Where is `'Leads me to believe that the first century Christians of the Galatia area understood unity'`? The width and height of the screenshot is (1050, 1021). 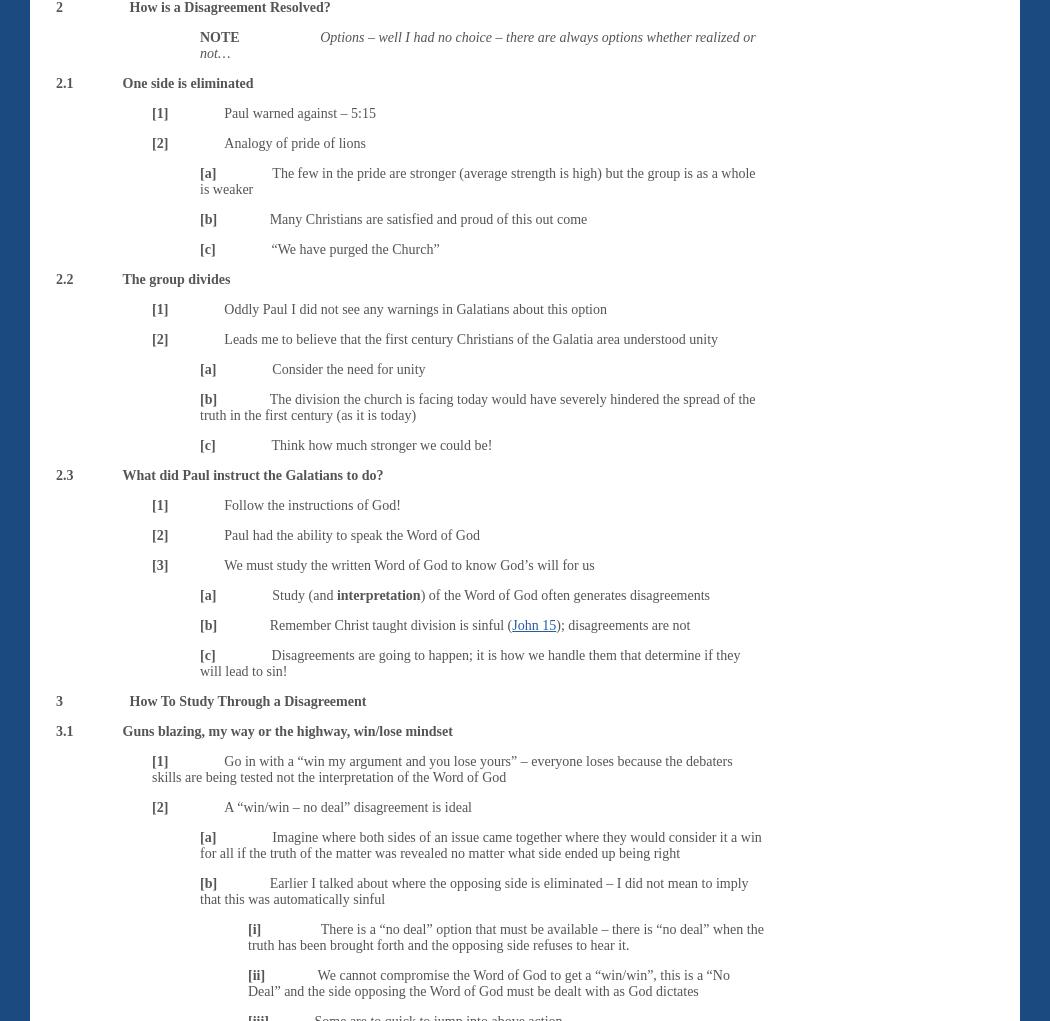 'Leads me to believe that the first century Christians of the Galatia area understood unity' is located at coordinates (471, 337).